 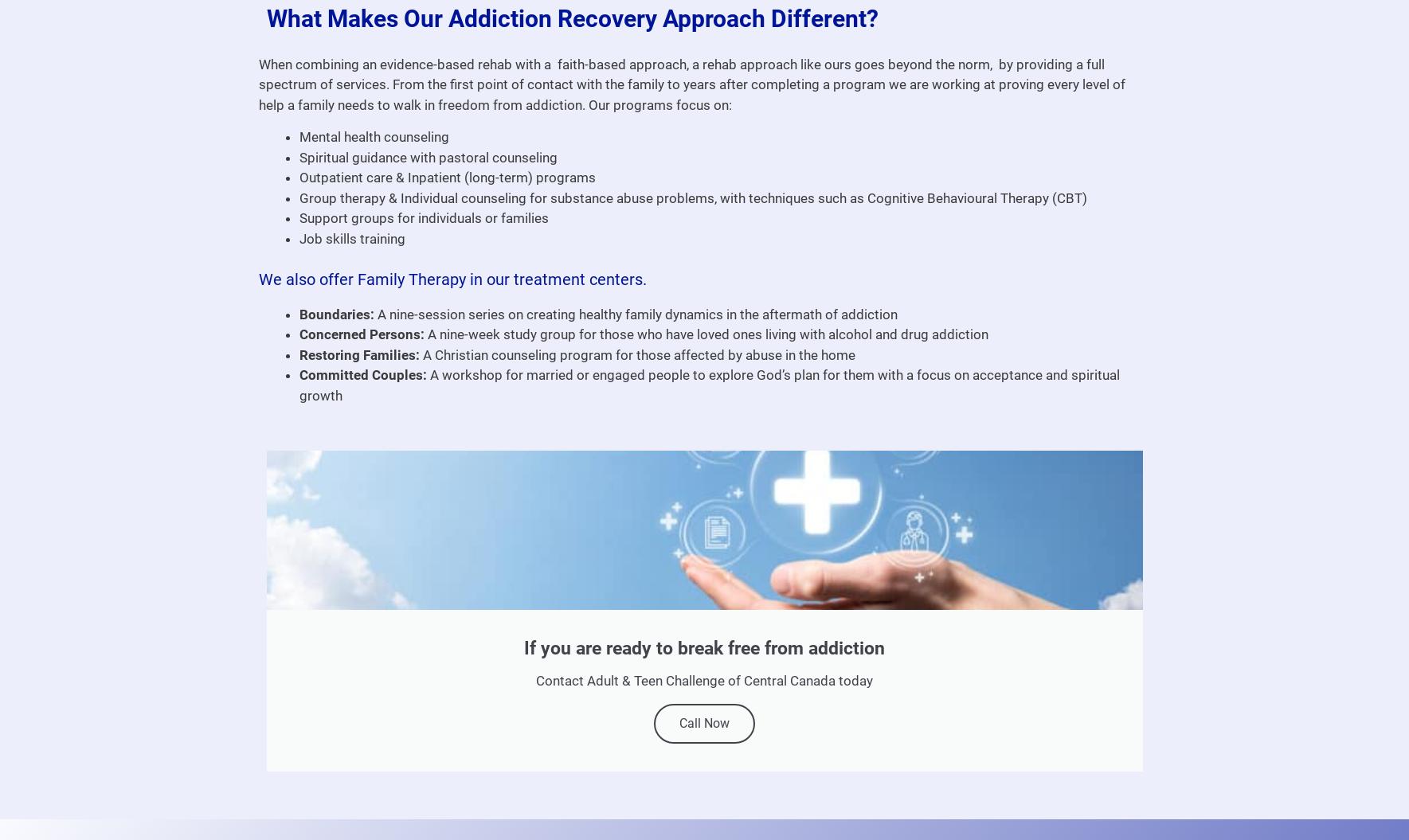 What do you see at coordinates (350, 236) in the screenshot?
I see `'Job skills training'` at bounding box center [350, 236].